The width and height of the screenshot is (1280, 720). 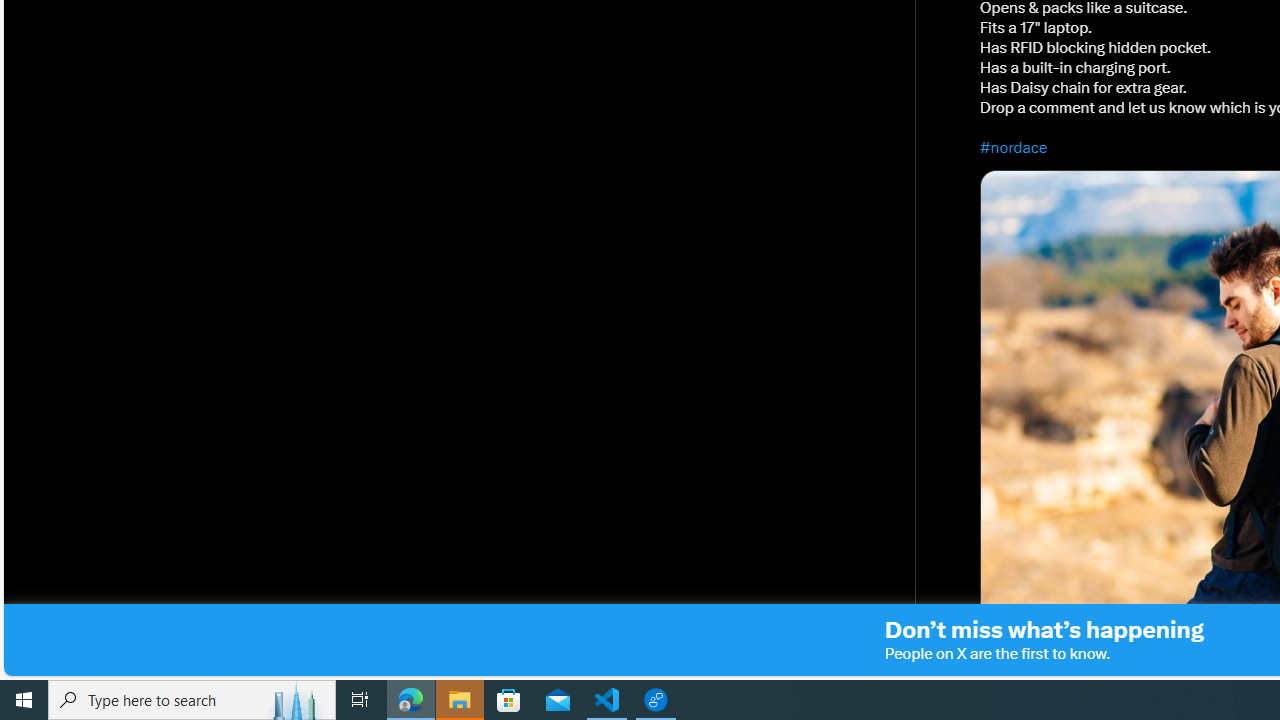 I want to click on '#nordace', so click(x=1014, y=146).